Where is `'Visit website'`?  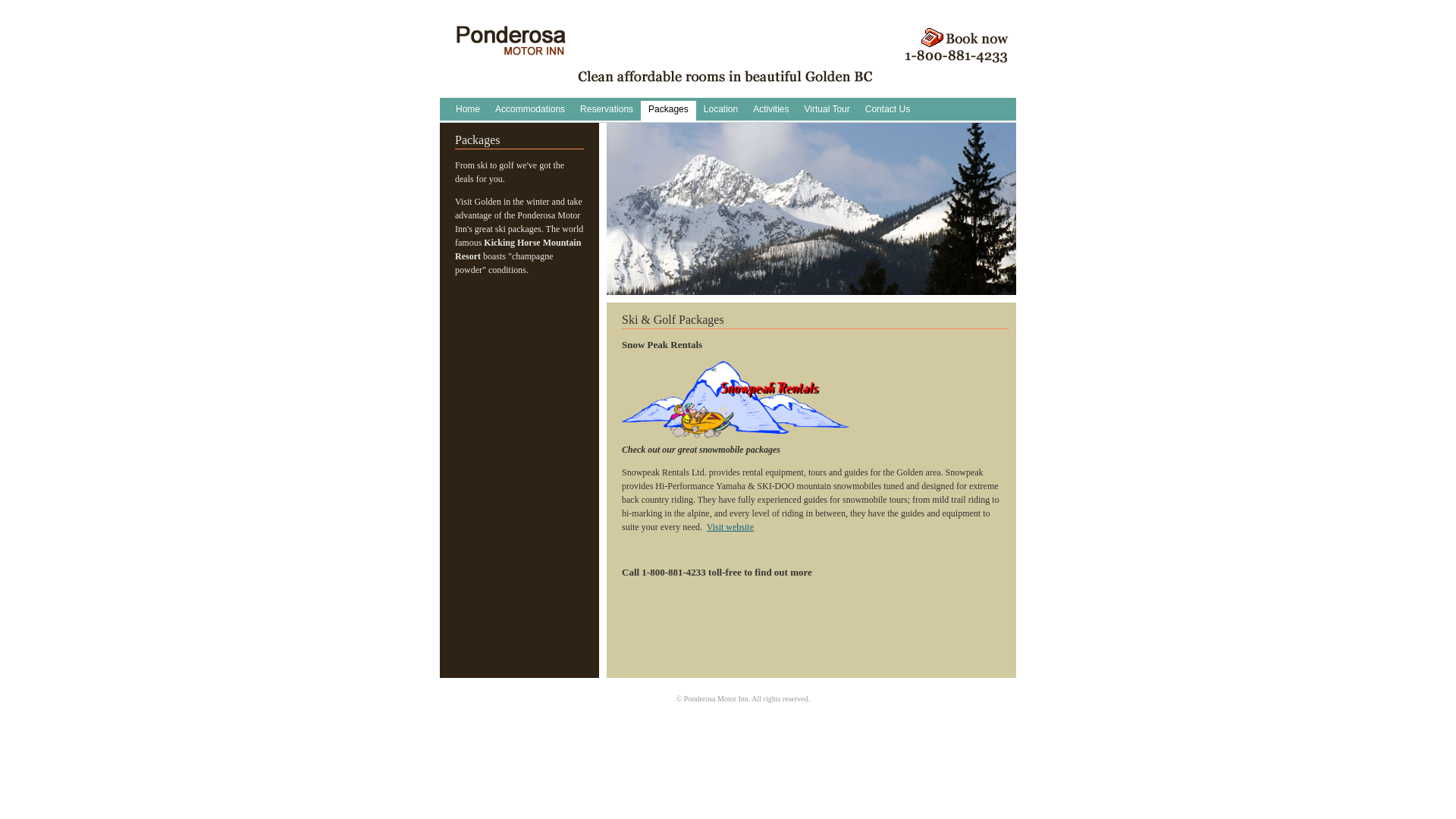 'Visit website' is located at coordinates (730, 526).